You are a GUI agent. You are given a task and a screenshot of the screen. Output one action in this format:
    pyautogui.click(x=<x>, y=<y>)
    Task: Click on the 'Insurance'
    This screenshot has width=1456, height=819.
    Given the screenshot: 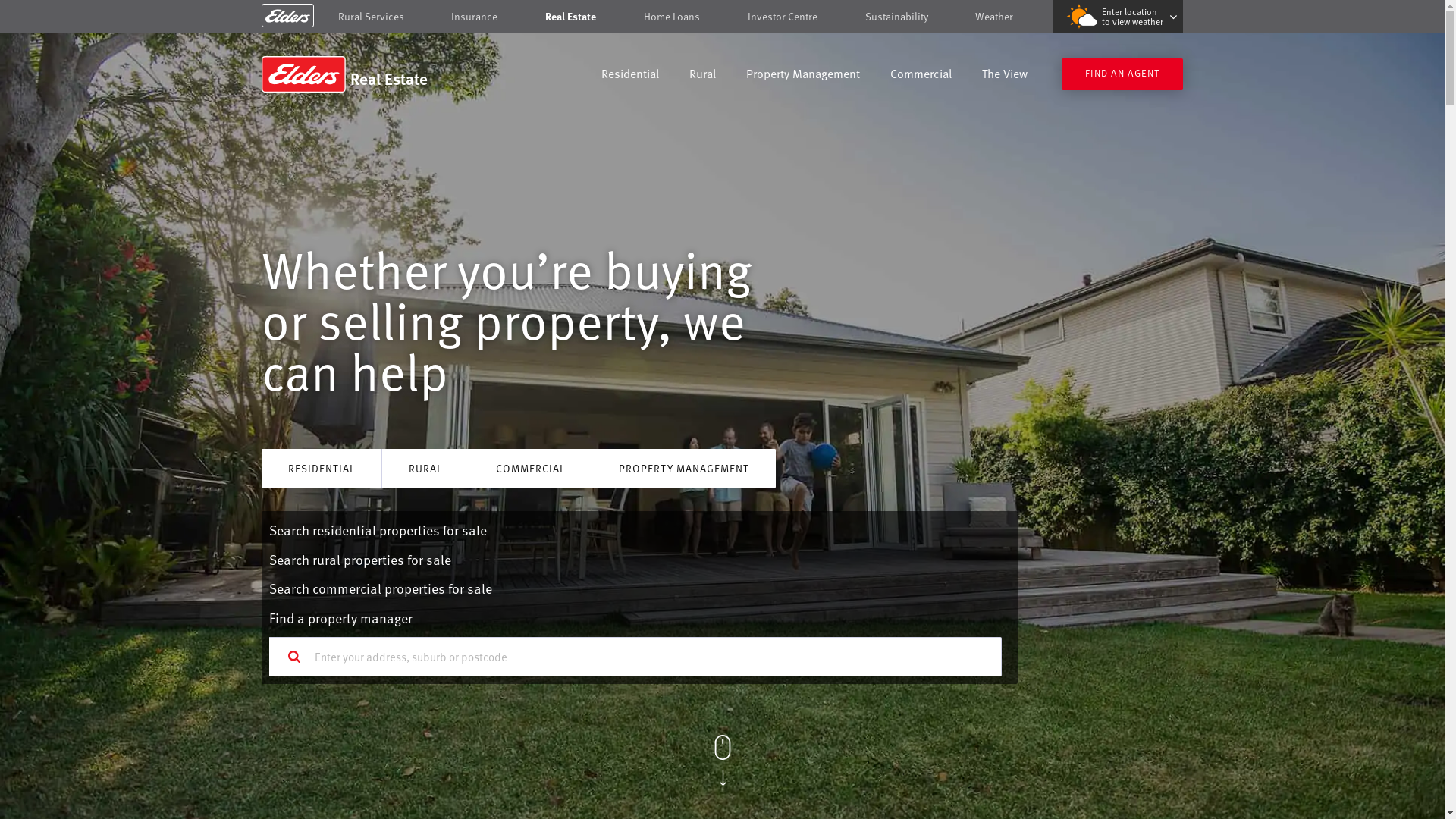 What is the action you would take?
    pyautogui.click(x=473, y=16)
    